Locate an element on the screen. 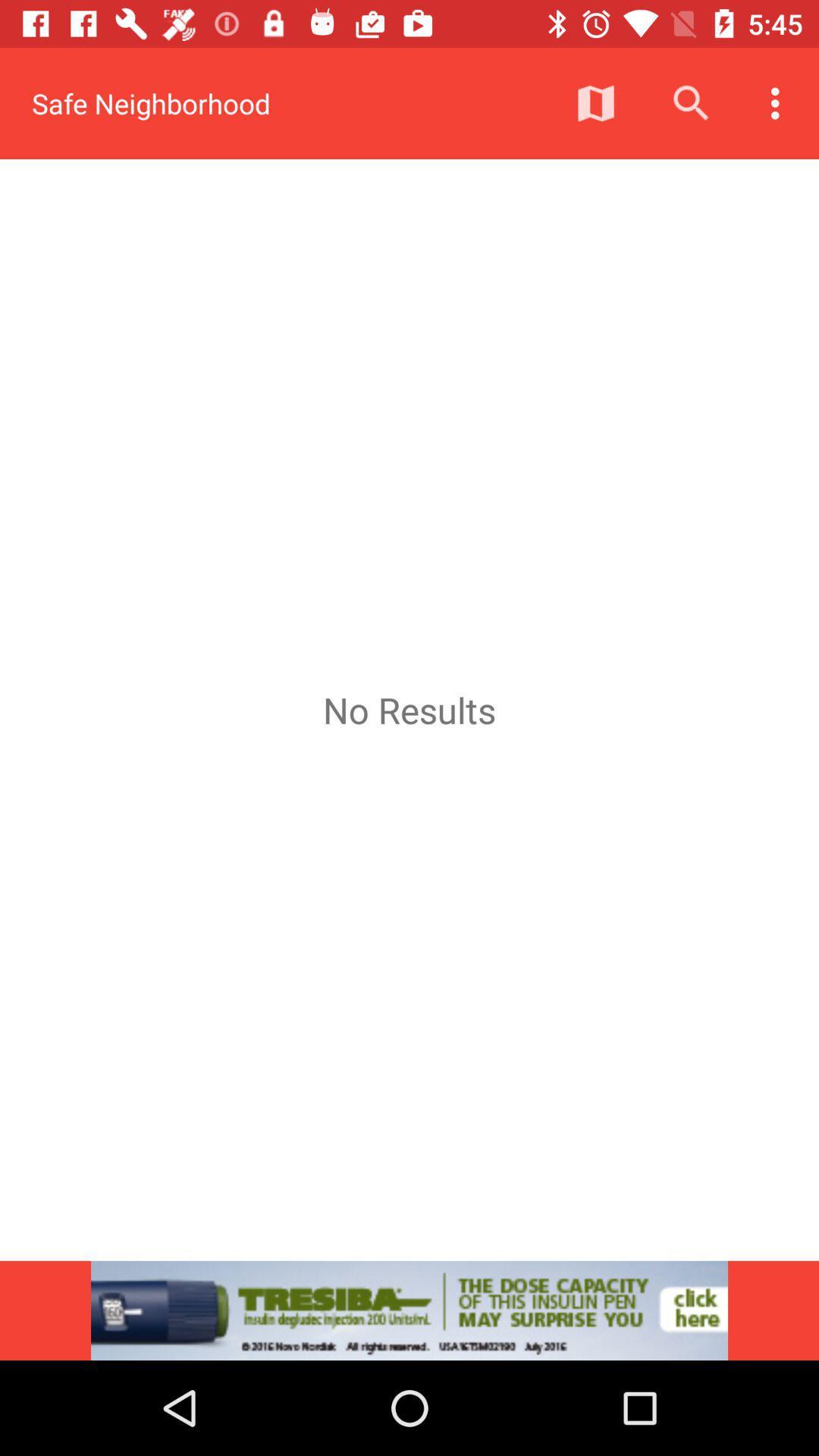  item next to the safe neighborhood icon is located at coordinates (595, 102).